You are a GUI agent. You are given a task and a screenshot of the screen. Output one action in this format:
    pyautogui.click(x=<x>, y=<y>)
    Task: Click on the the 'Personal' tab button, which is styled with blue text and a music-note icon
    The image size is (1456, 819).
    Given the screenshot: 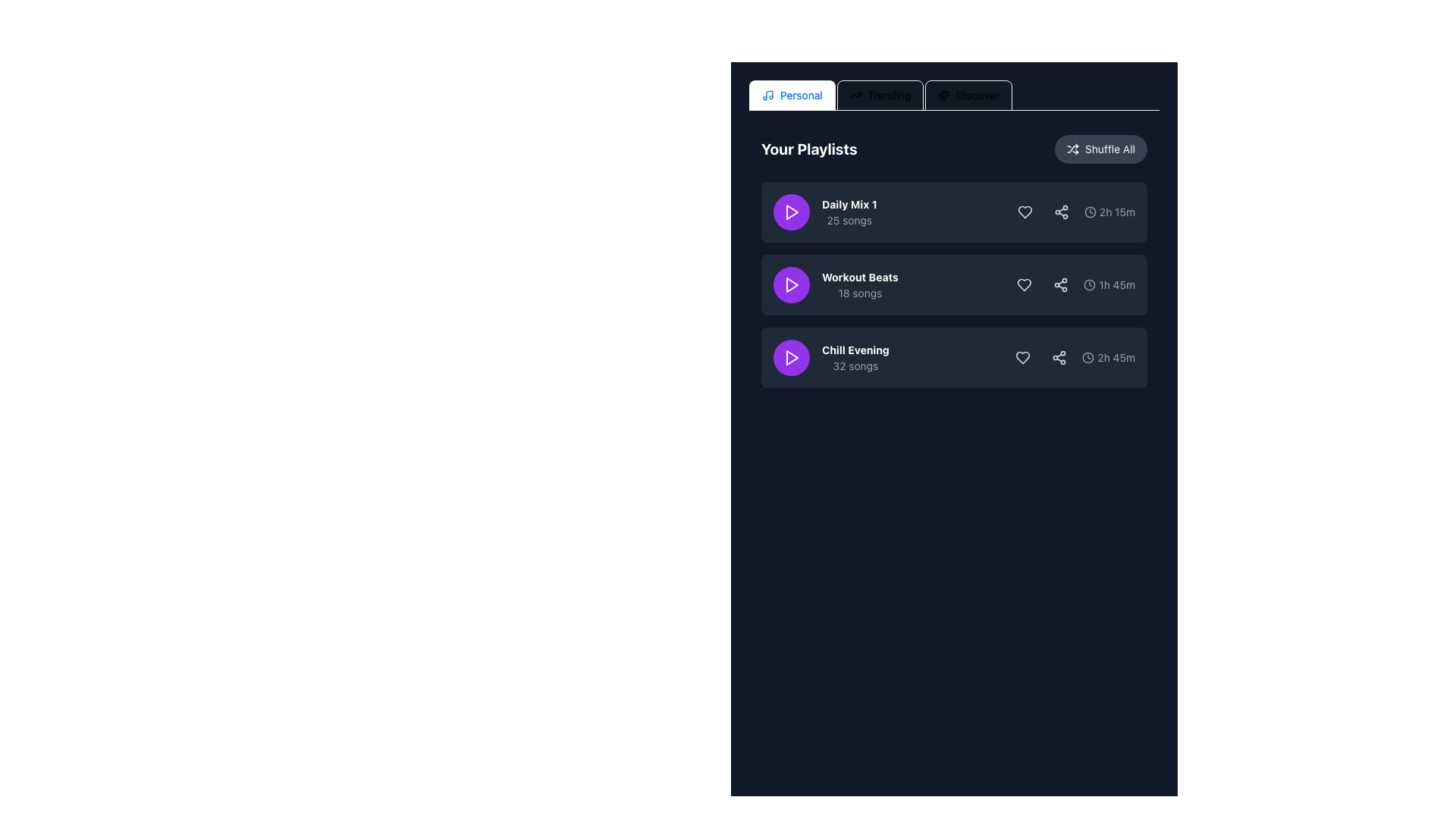 What is the action you would take?
    pyautogui.click(x=791, y=96)
    